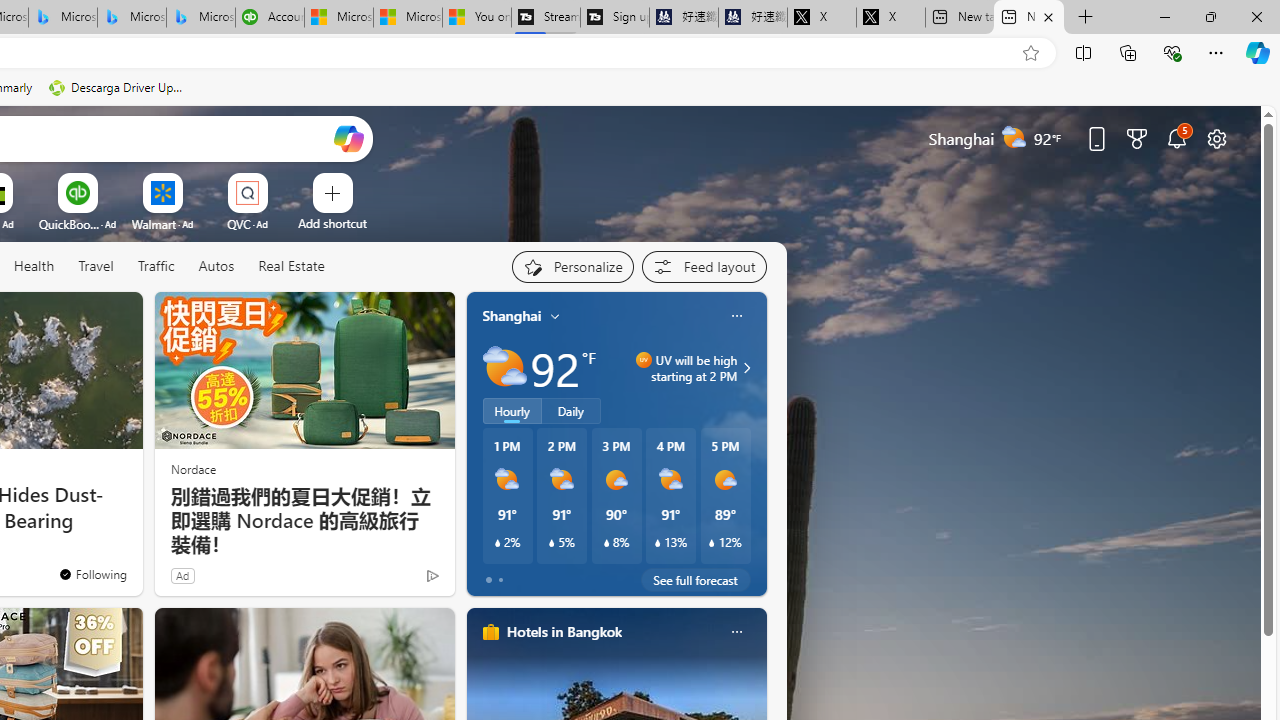  What do you see at coordinates (512, 410) in the screenshot?
I see `'Hourly'` at bounding box center [512, 410].